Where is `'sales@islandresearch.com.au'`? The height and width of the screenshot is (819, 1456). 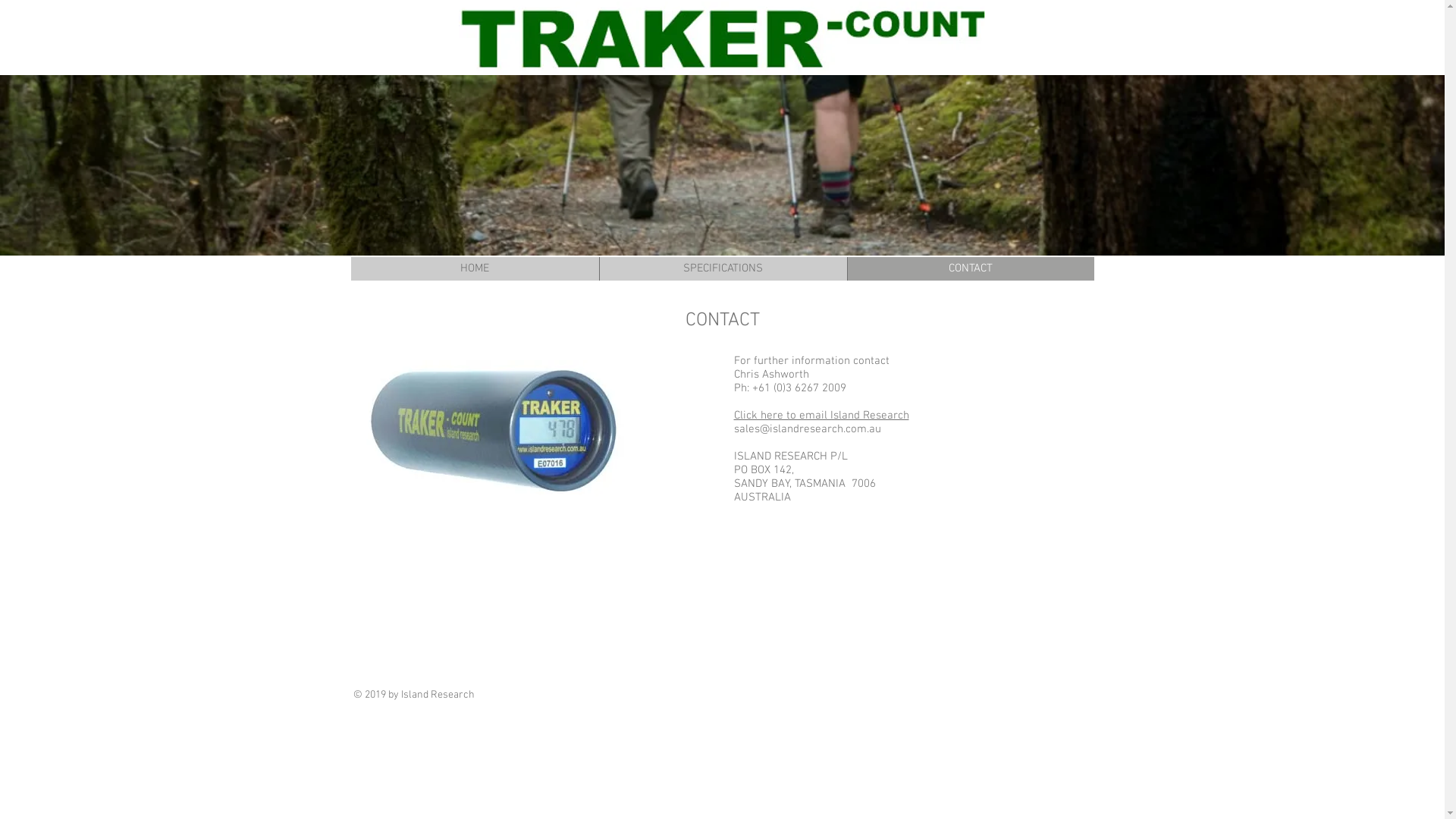
'sales@islandresearch.com.au' is located at coordinates (734, 429).